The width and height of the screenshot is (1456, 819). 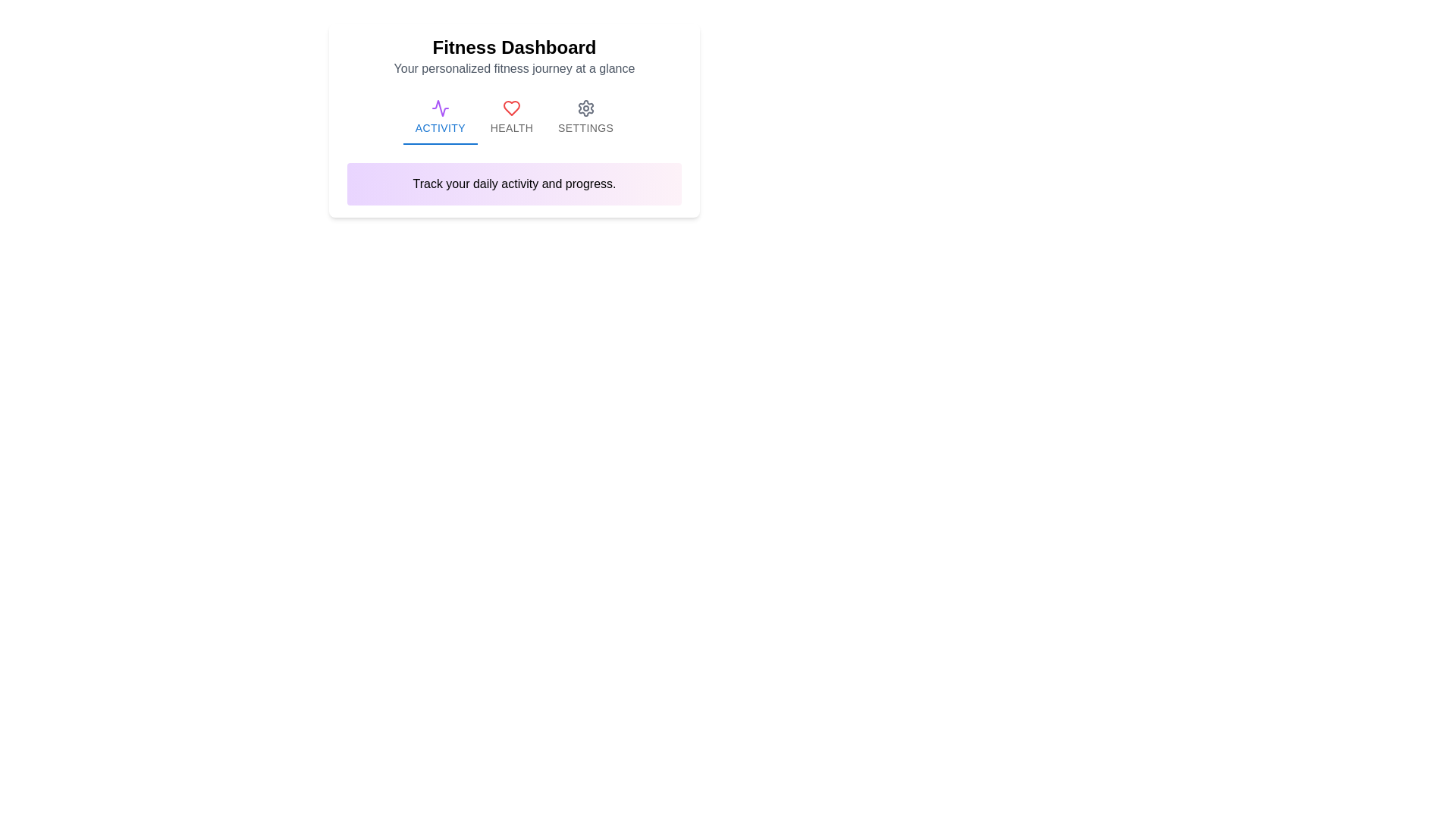 What do you see at coordinates (439, 143) in the screenshot?
I see `the visual indicator for the active 'Activity' tab, which is located below the tab label in the navigation bar` at bounding box center [439, 143].